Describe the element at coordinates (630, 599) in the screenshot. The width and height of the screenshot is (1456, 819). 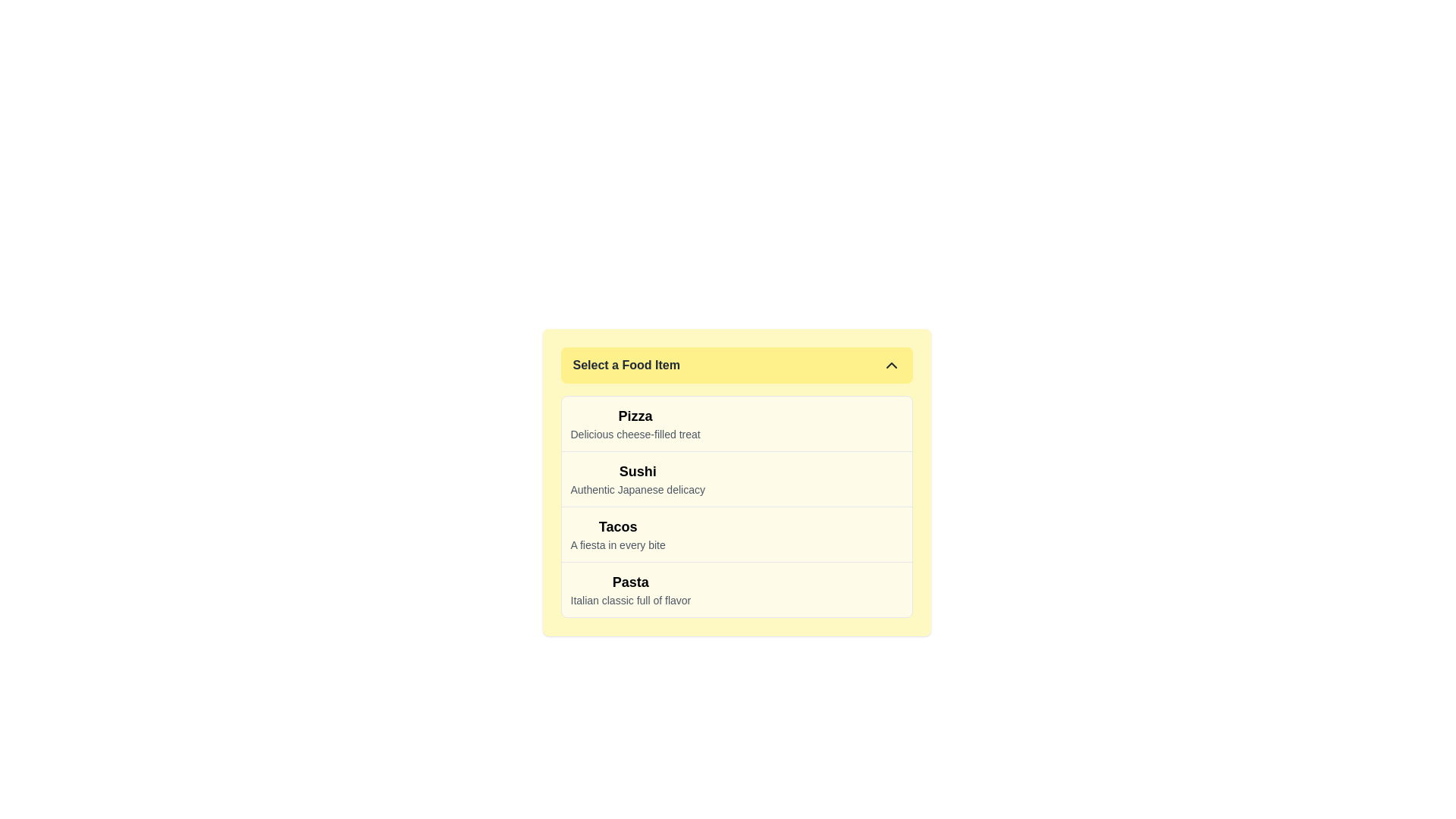
I see `the text label displaying 'Italian classic full of flavor', which is styled in smaller, gray-colored text and positioned below the 'Pasta' heading in the food options list` at that location.